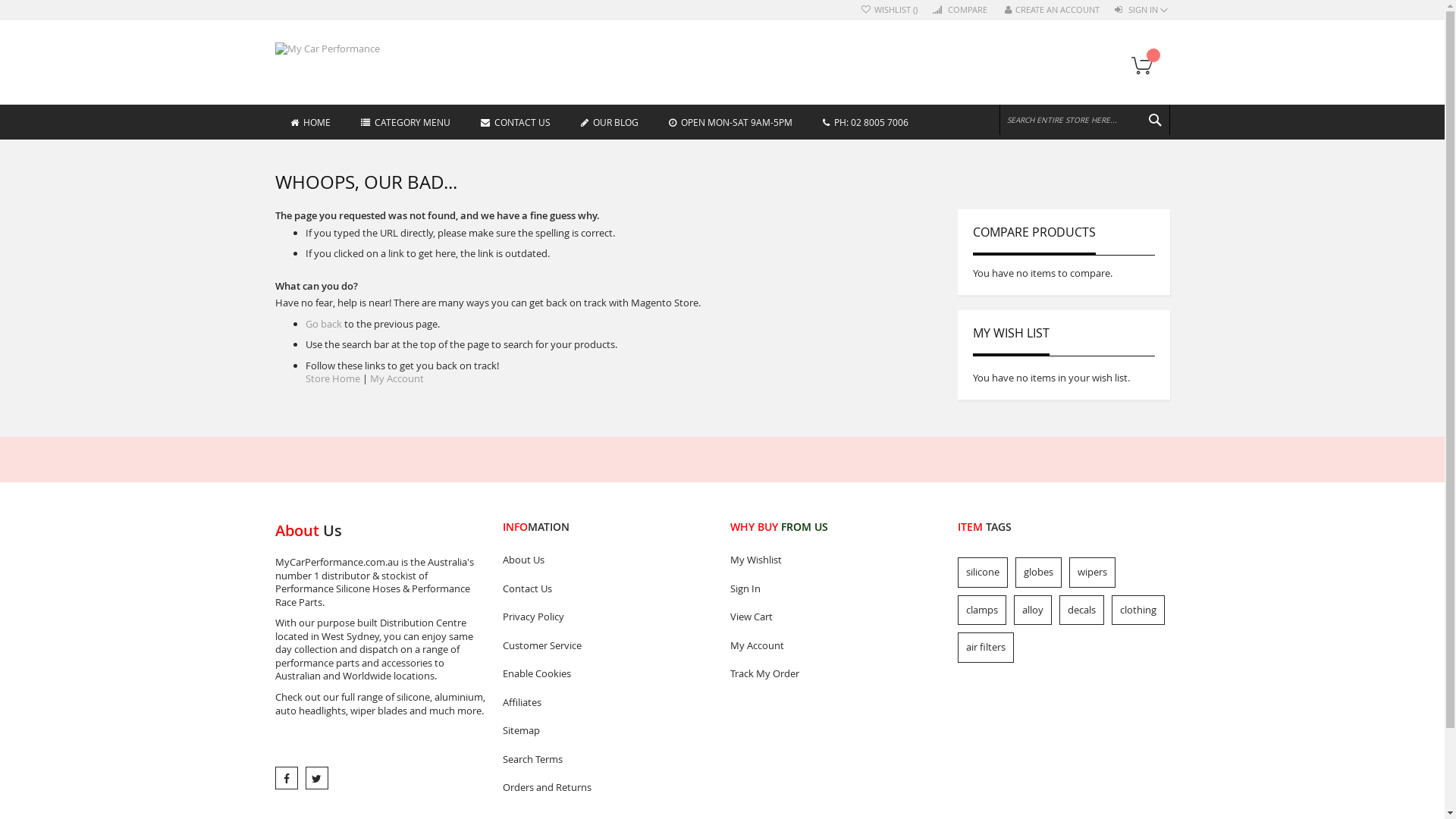 This screenshot has height=819, width=1456. What do you see at coordinates (1031, 608) in the screenshot?
I see `'alloy'` at bounding box center [1031, 608].